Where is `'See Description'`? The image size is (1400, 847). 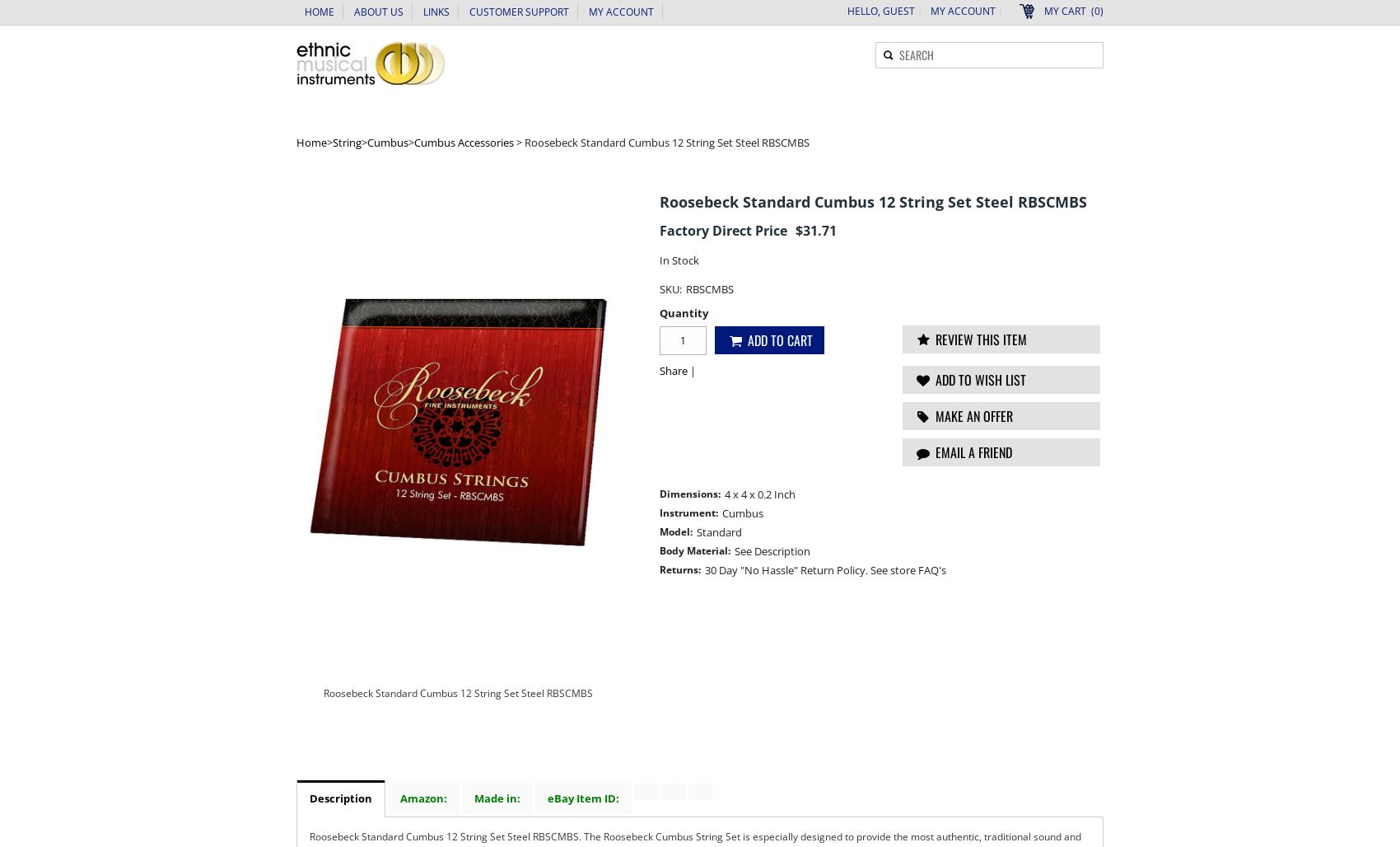 'See Description' is located at coordinates (772, 551).